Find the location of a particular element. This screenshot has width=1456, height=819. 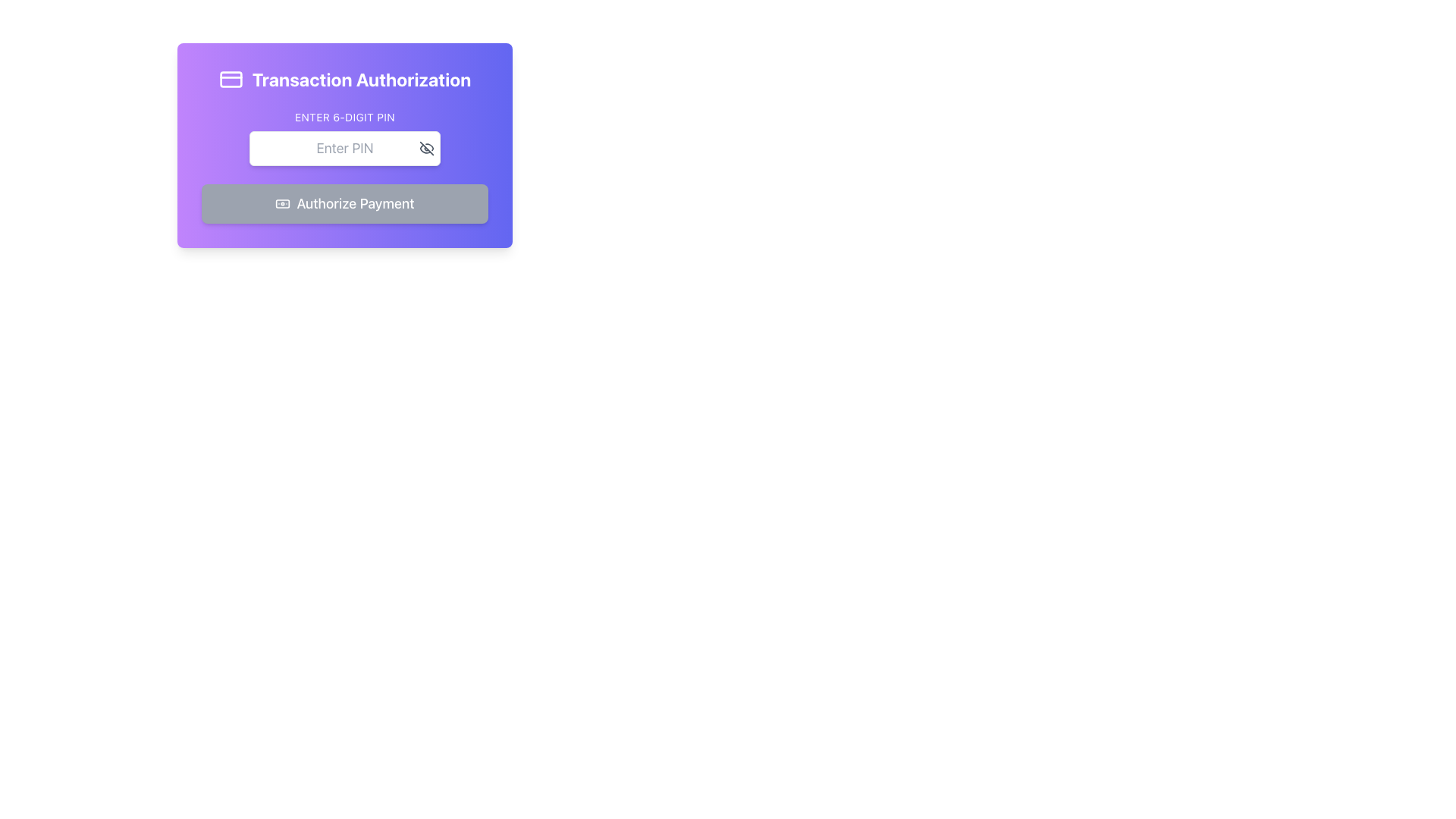

the Header element that provides context for the transaction authorization process is located at coordinates (344, 79).